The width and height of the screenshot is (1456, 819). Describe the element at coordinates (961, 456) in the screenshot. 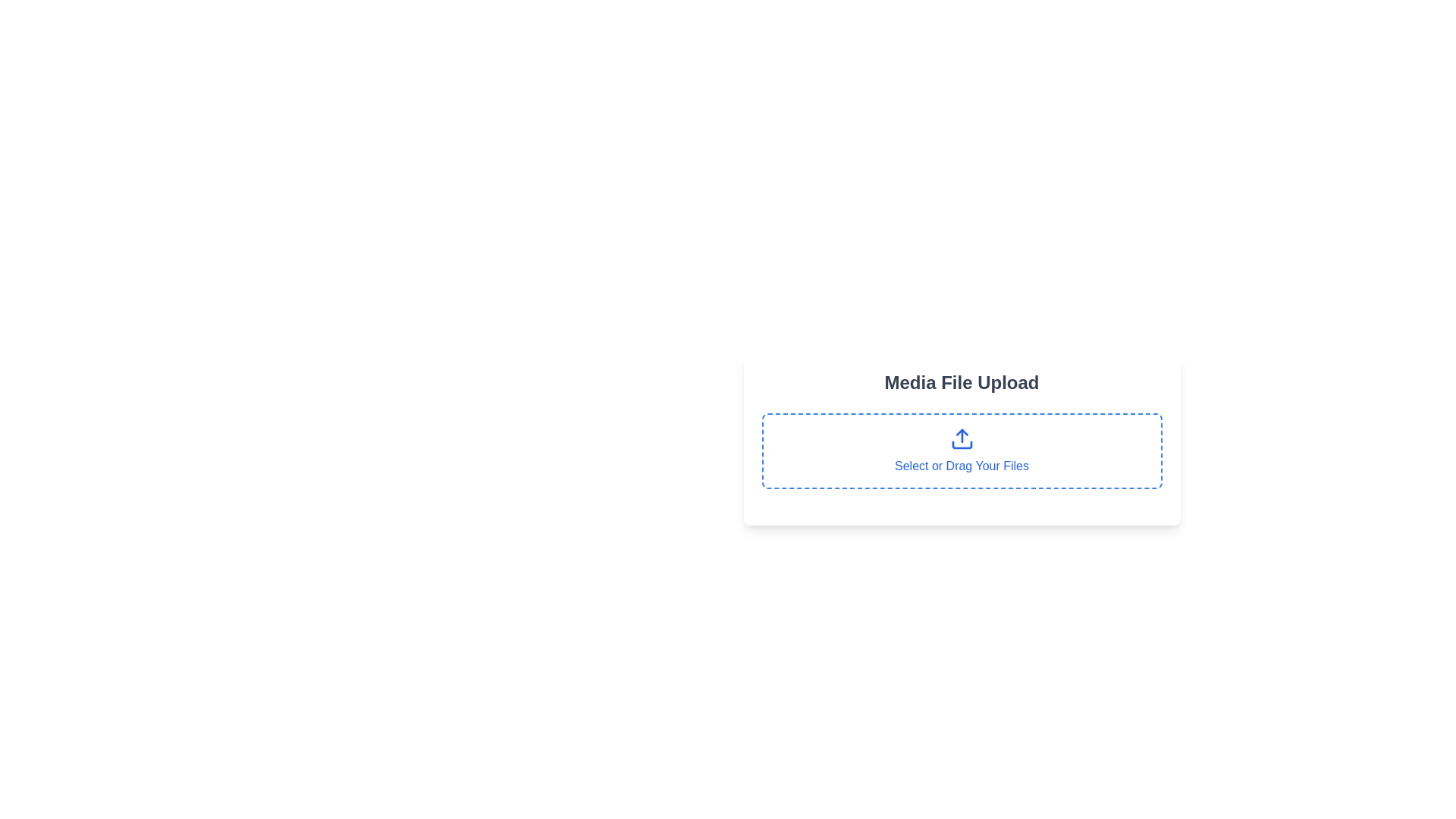

I see `the file upload field with the text 'Media File Upload' and the dashed-bordered area for highlighting` at that location.